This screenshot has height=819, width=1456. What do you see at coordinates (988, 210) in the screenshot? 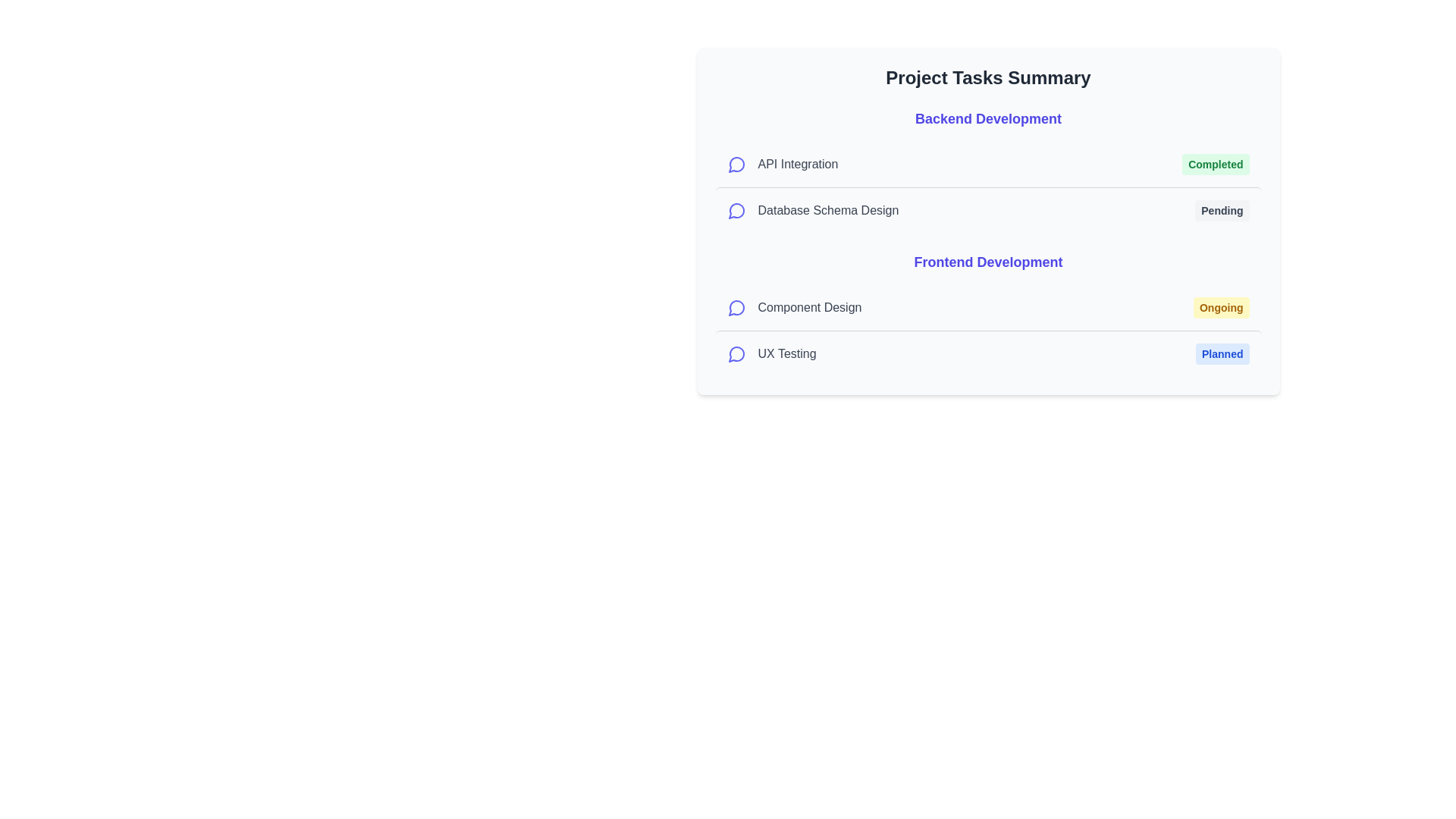
I see `the status indicator of the List item labeled 'Database Schema Design' which shows 'Pending' on the right side` at bounding box center [988, 210].